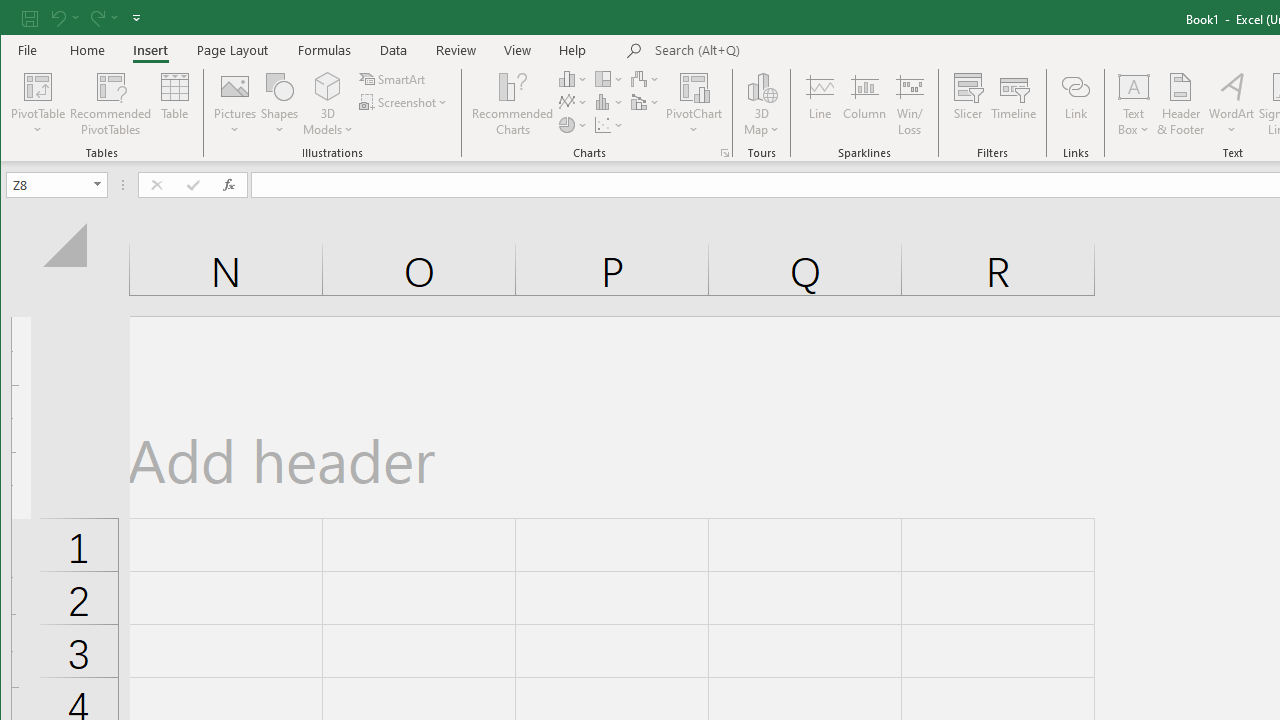 The width and height of the screenshot is (1280, 720). Describe the element at coordinates (149, 49) in the screenshot. I see `'Insert'` at that location.